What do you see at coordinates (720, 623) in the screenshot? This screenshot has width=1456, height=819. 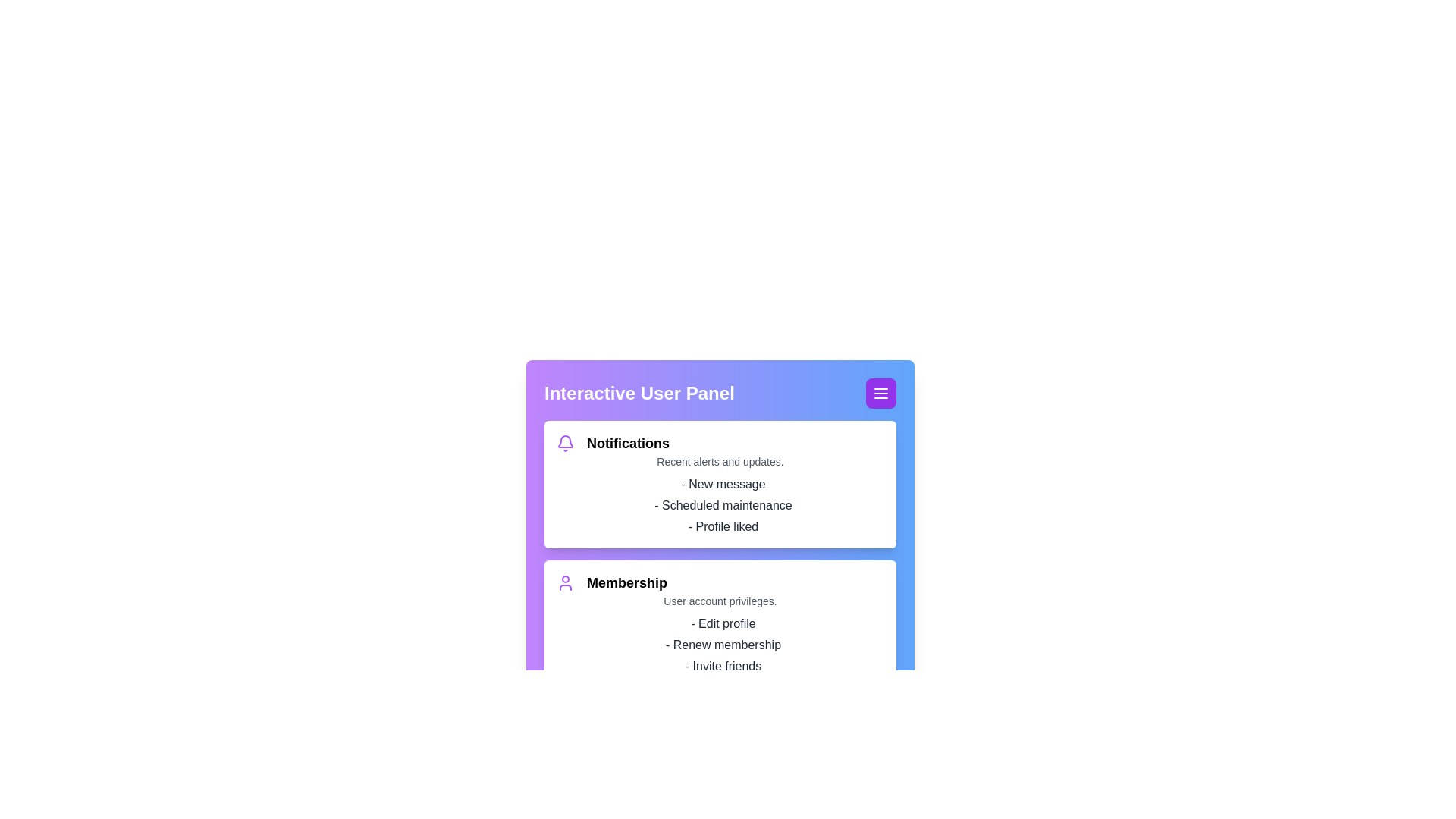 I see `the membership section by centering it in the viewport` at bounding box center [720, 623].